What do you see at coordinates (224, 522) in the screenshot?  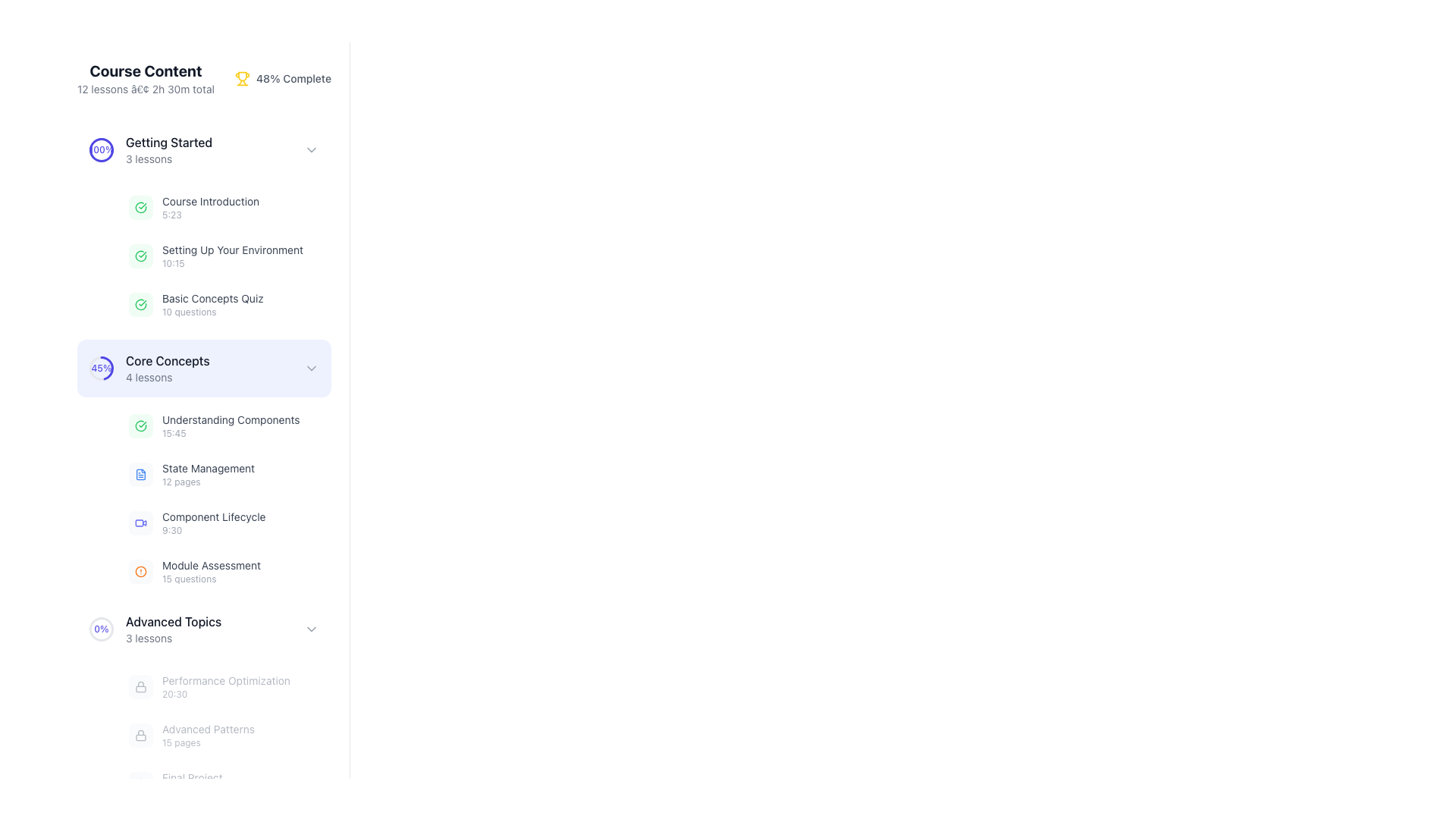 I see `the interactive list item titled 'Component Lifecycle'` at bounding box center [224, 522].